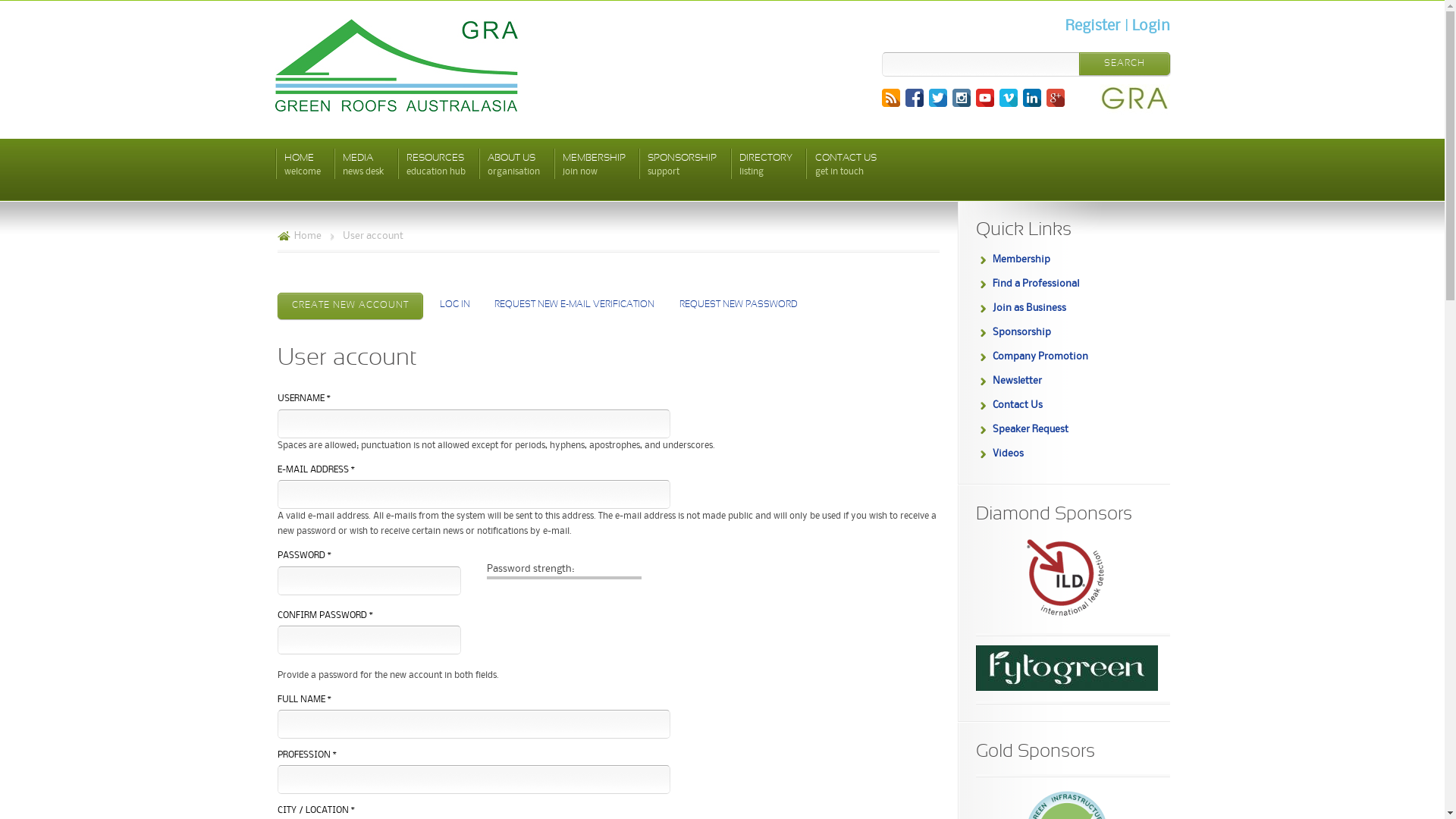 The width and height of the screenshot is (1456, 819). Describe the element at coordinates (1016, 379) in the screenshot. I see `'Newsletter'` at that location.